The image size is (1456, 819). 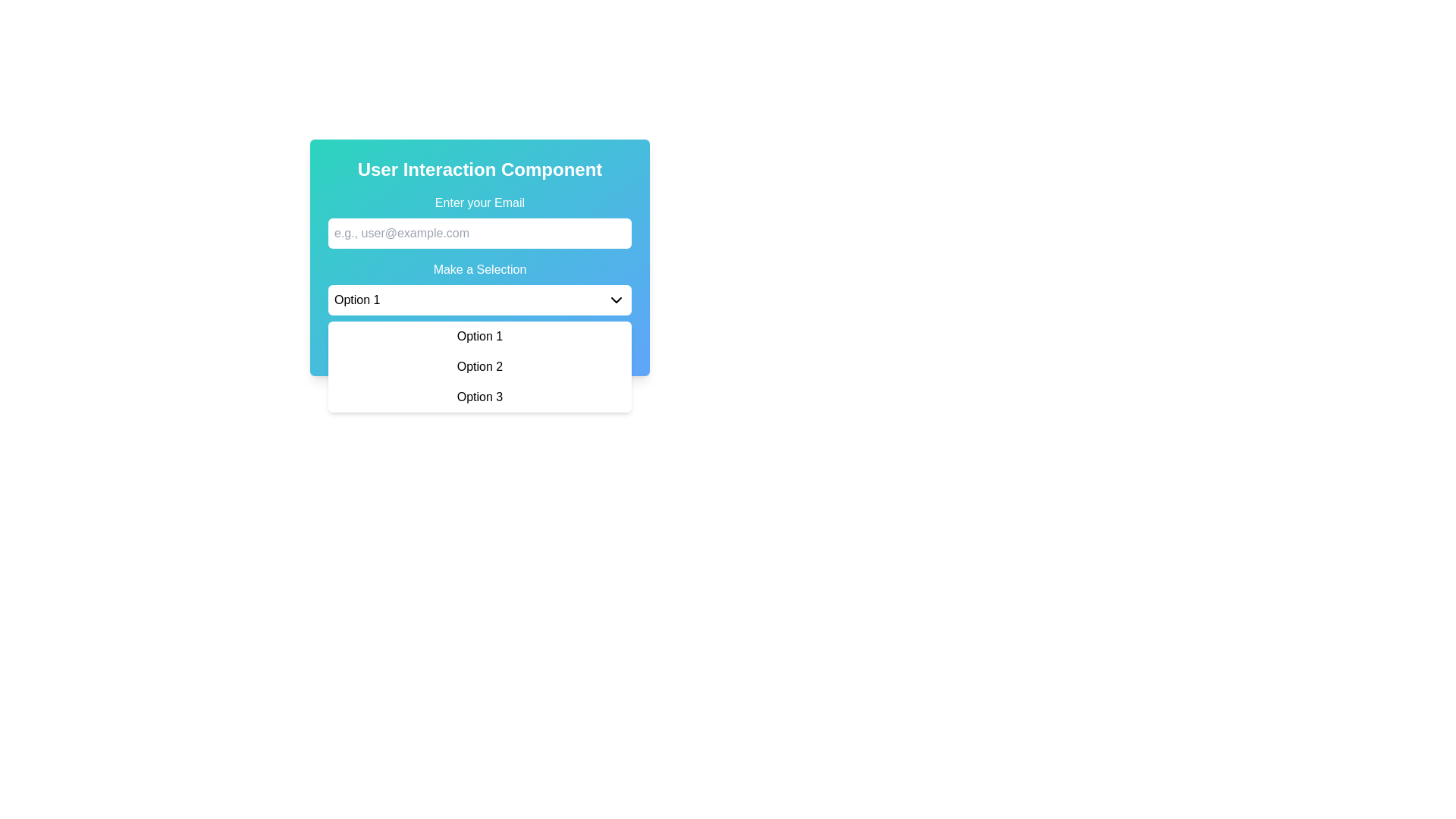 What do you see at coordinates (479, 366) in the screenshot?
I see `the second option in the dropdown menu to trigger the background color change` at bounding box center [479, 366].